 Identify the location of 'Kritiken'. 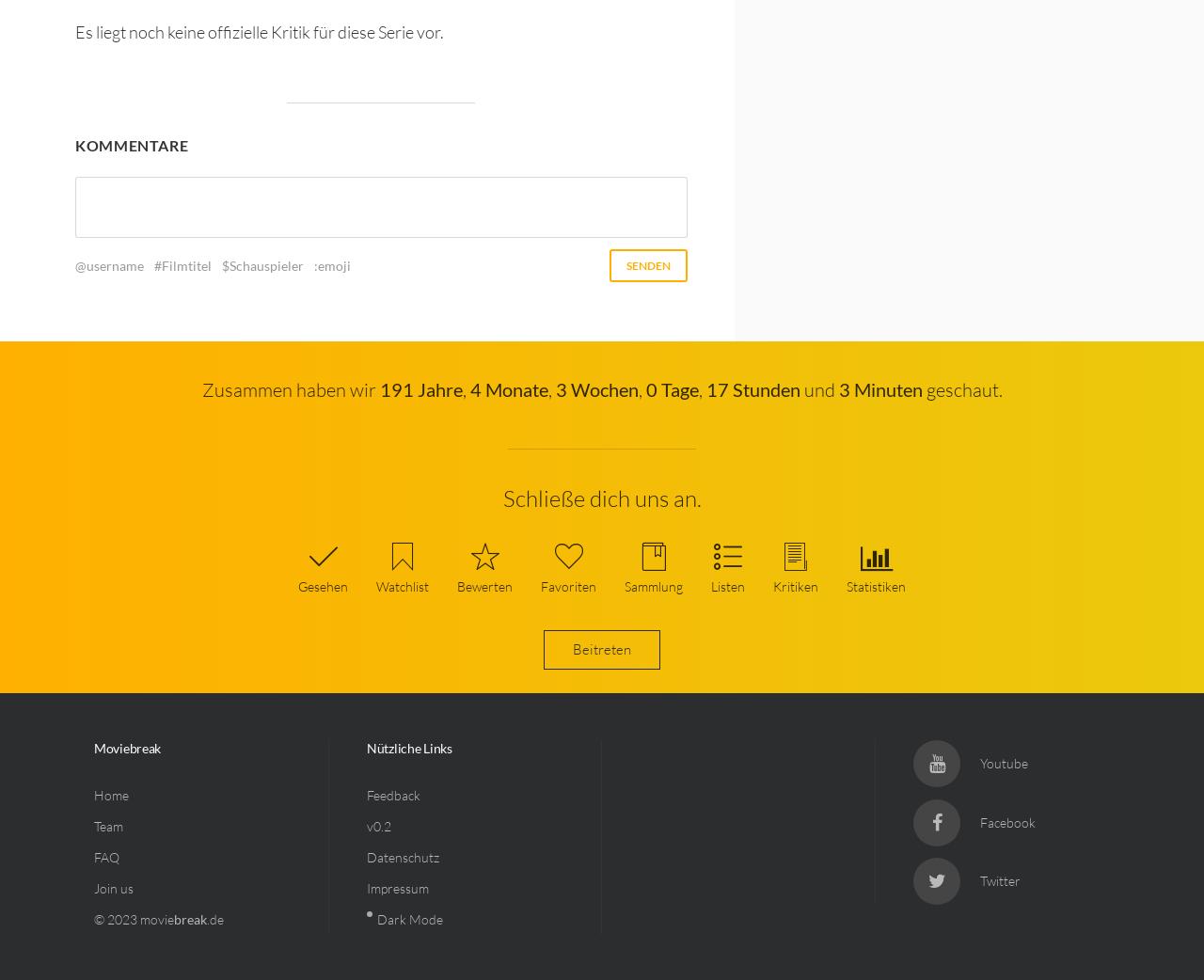
(795, 585).